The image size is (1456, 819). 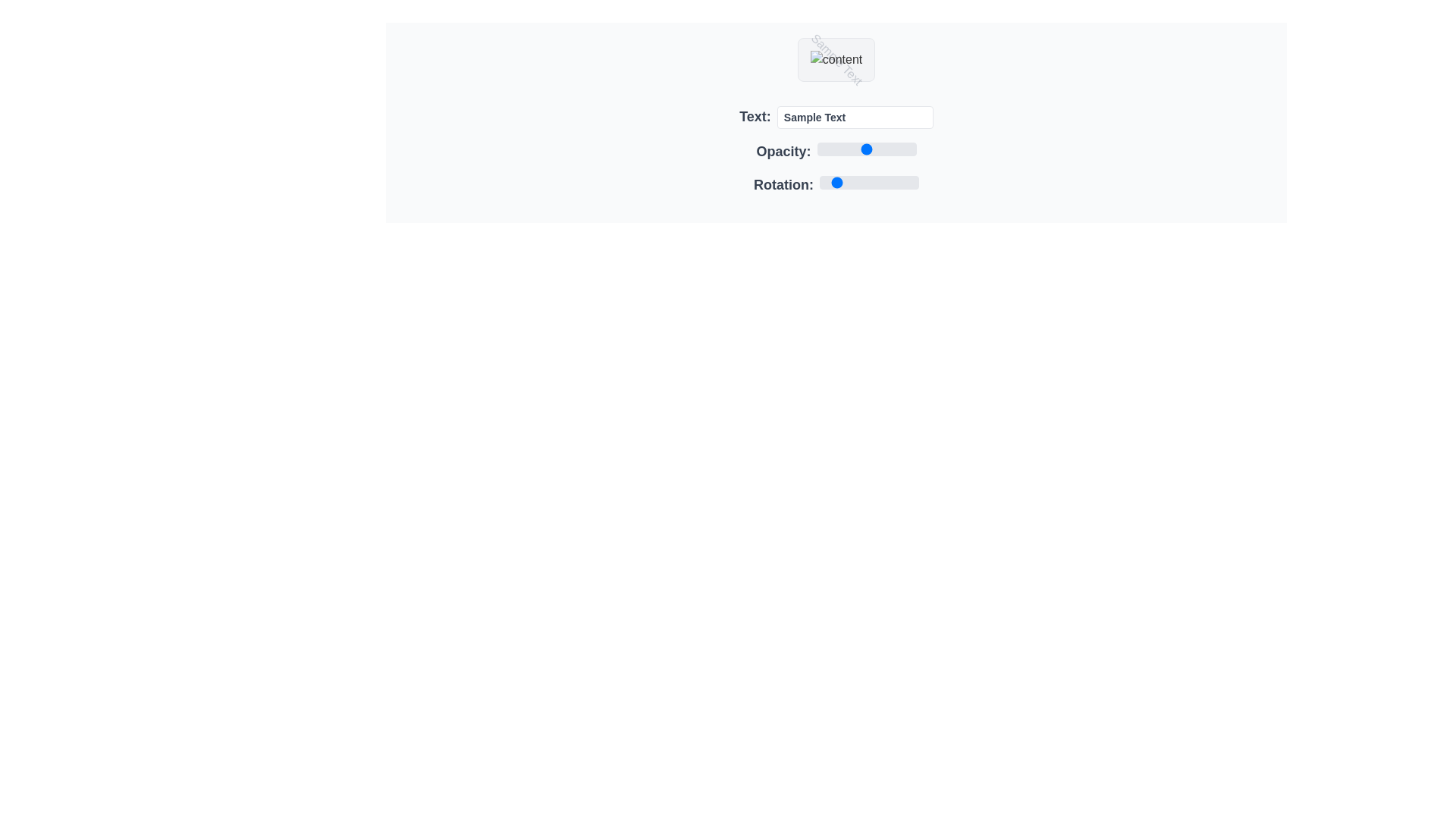 I want to click on the rotation slider, so click(x=889, y=181).